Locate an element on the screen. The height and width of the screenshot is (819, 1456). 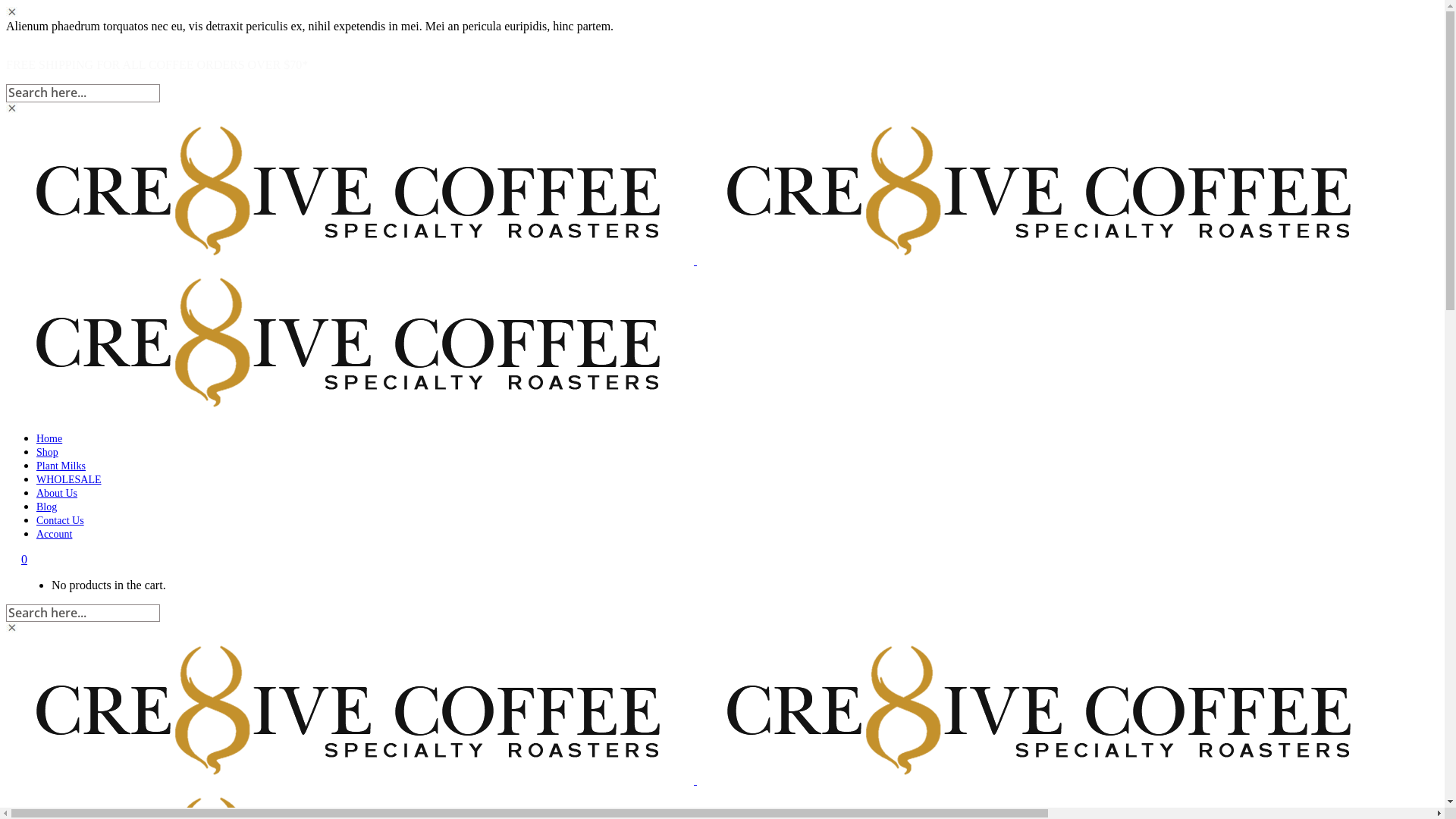
'Blog' is located at coordinates (36, 507).